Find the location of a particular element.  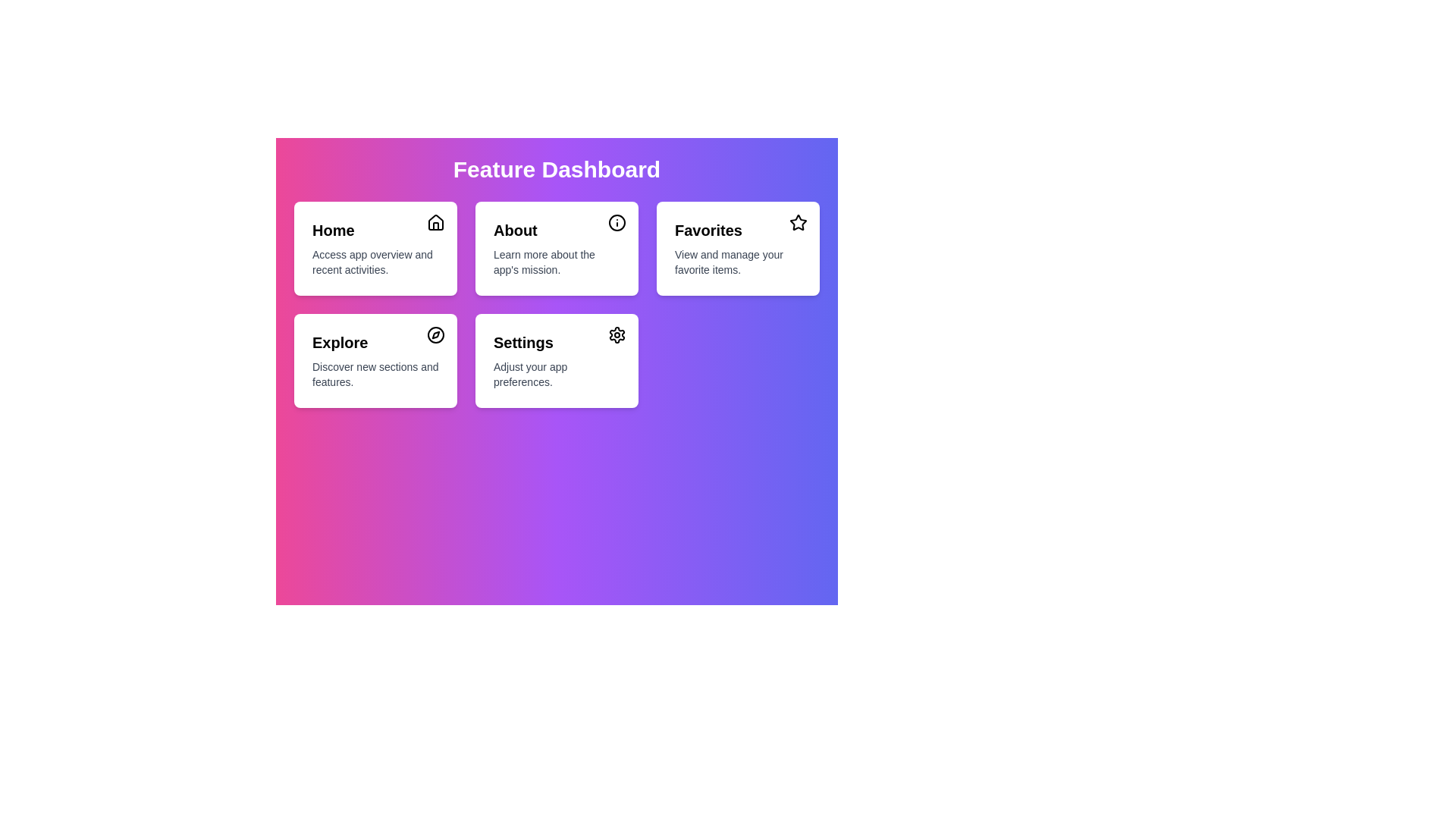

the menu item Home to see its hover effect is located at coordinates (375, 247).